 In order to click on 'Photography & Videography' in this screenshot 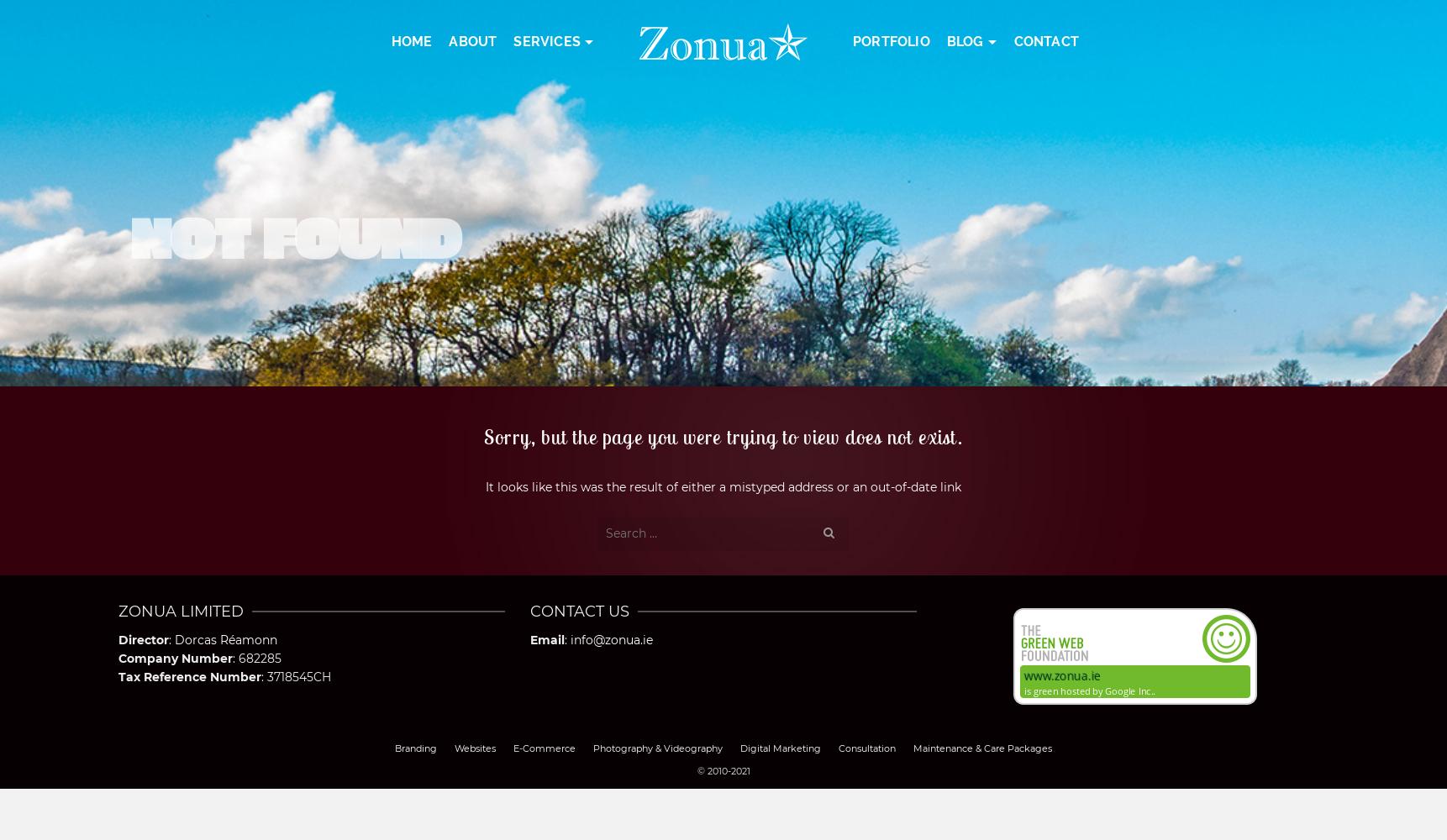, I will do `click(657, 748)`.